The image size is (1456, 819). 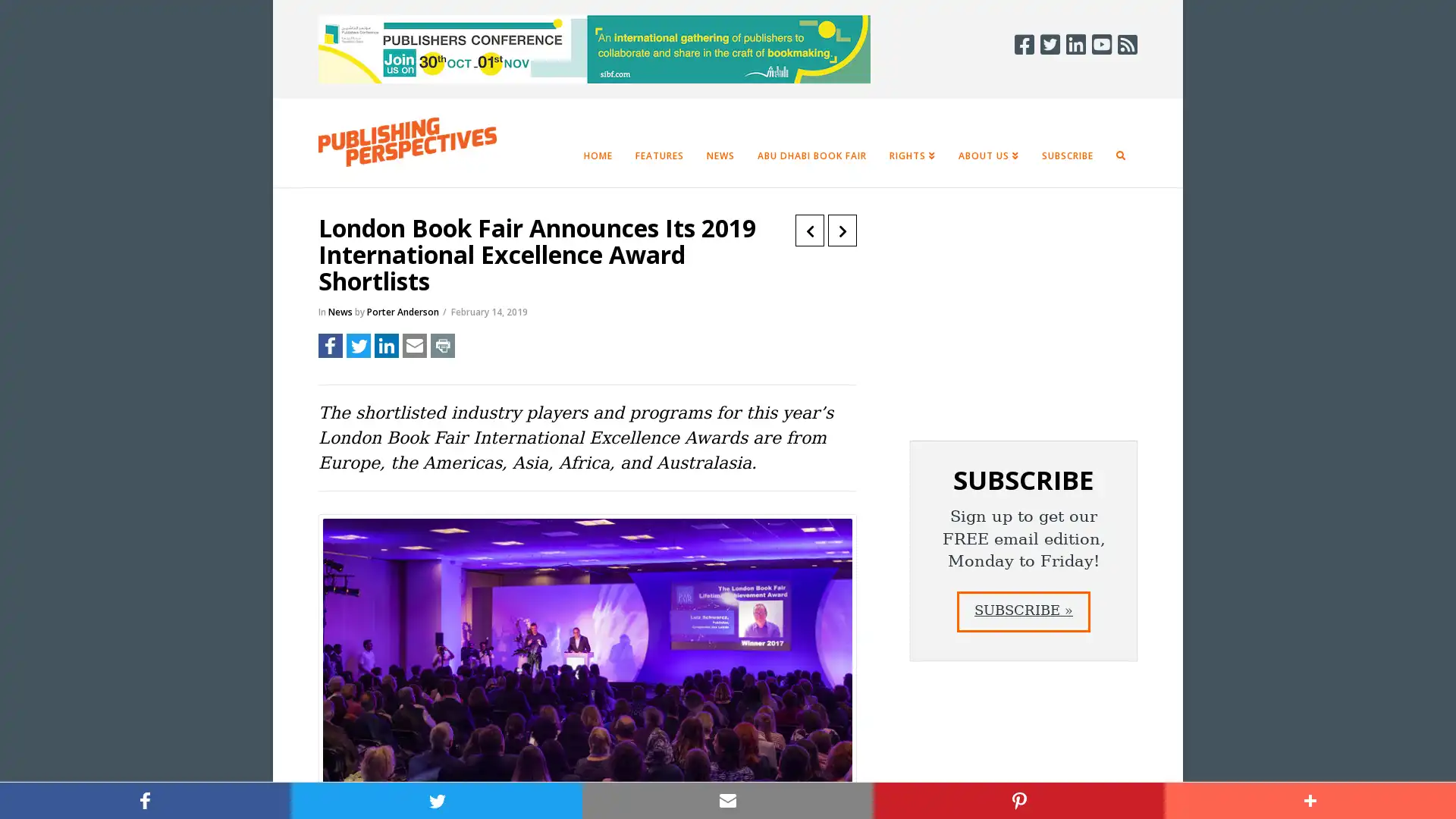 I want to click on Share to Email, so click(x=415, y=345).